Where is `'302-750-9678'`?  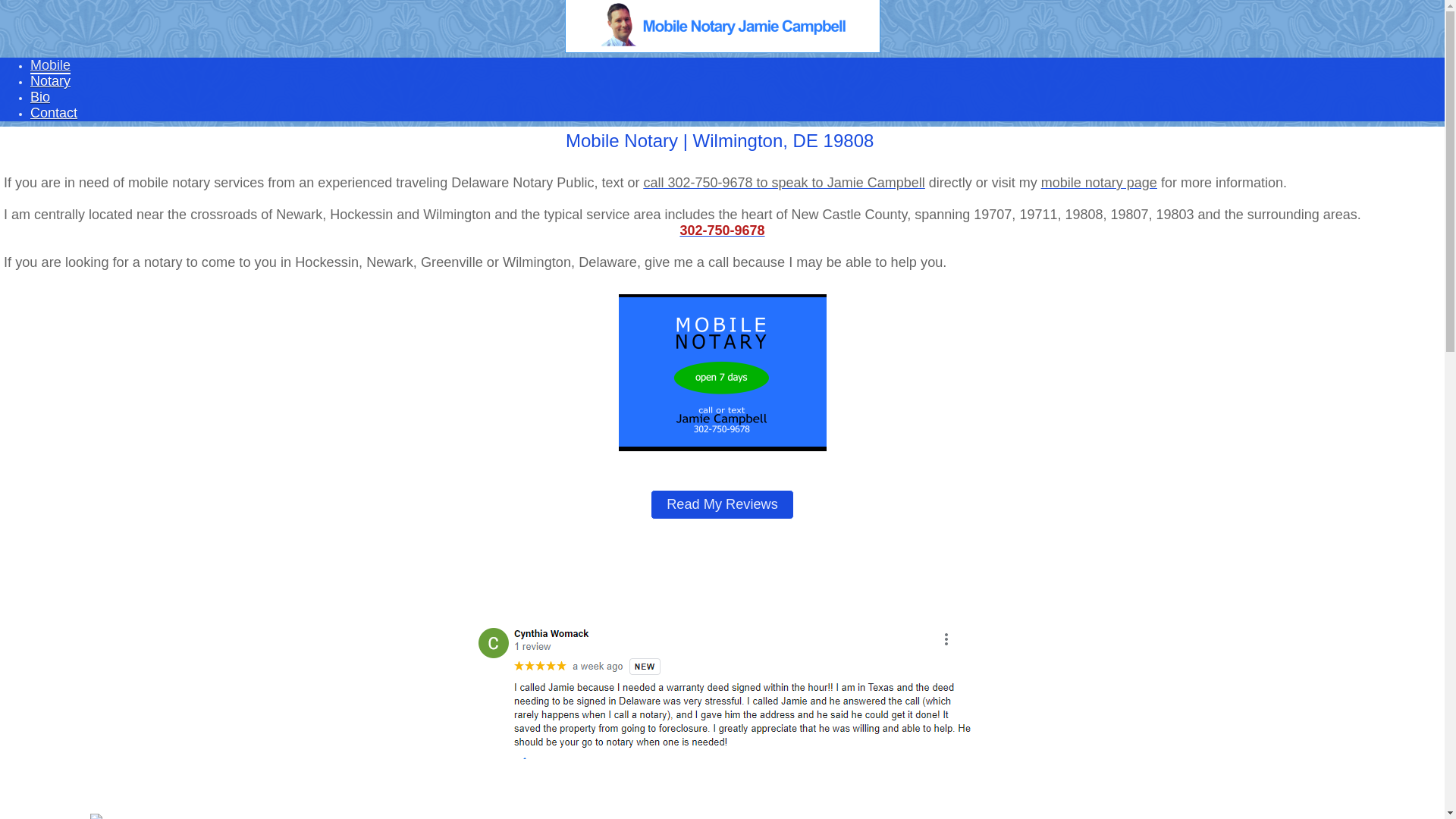 '302-750-9678' is located at coordinates (720, 231).